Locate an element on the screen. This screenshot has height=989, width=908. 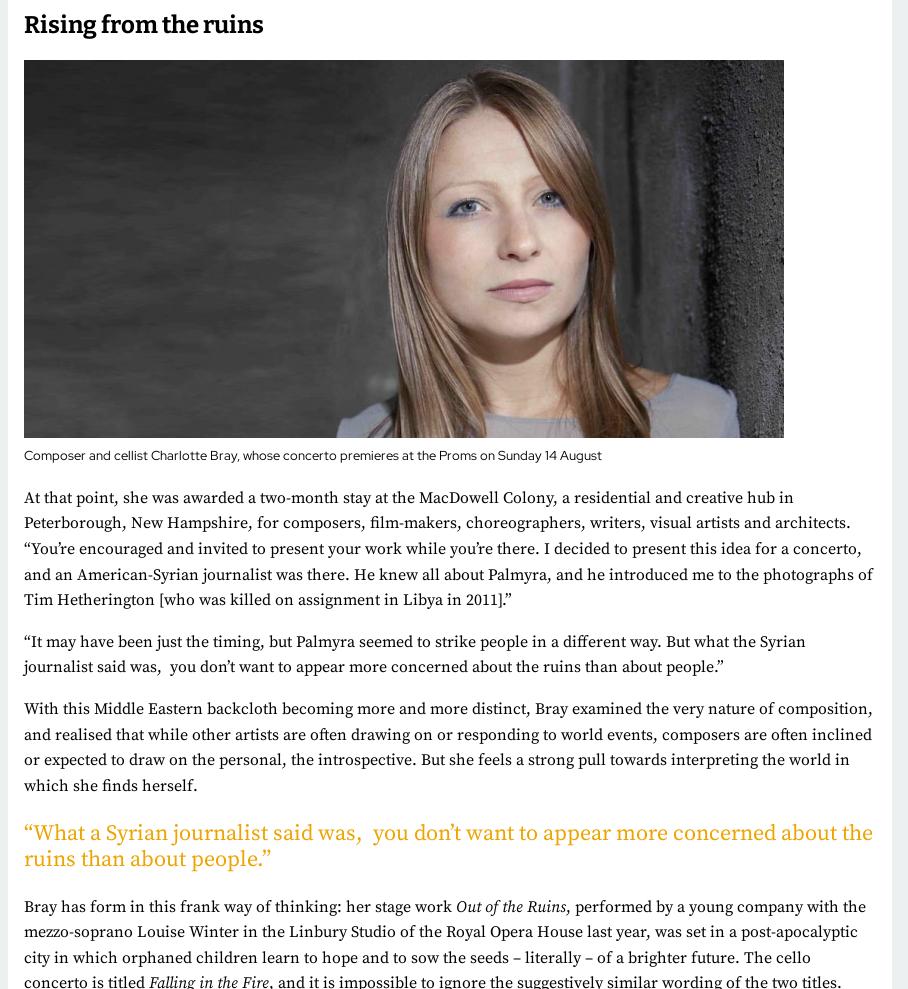
'Bray has form in this frank way of thinking: her stage work' is located at coordinates (238, 905).